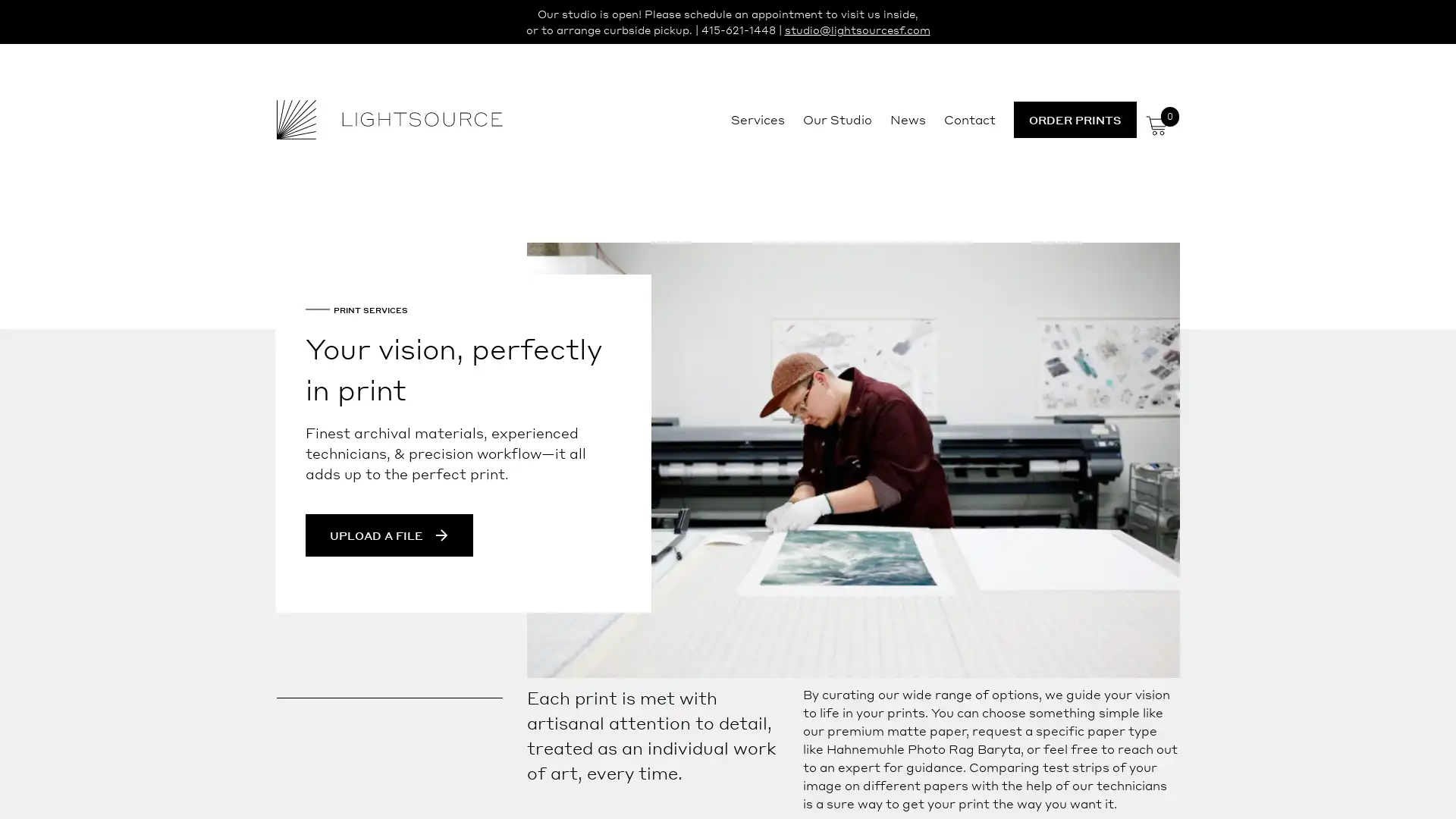 The height and width of the screenshot is (819, 1456). What do you see at coordinates (870, 528) in the screenshot?
I see `Sign up` at bounding box center [870, 528].